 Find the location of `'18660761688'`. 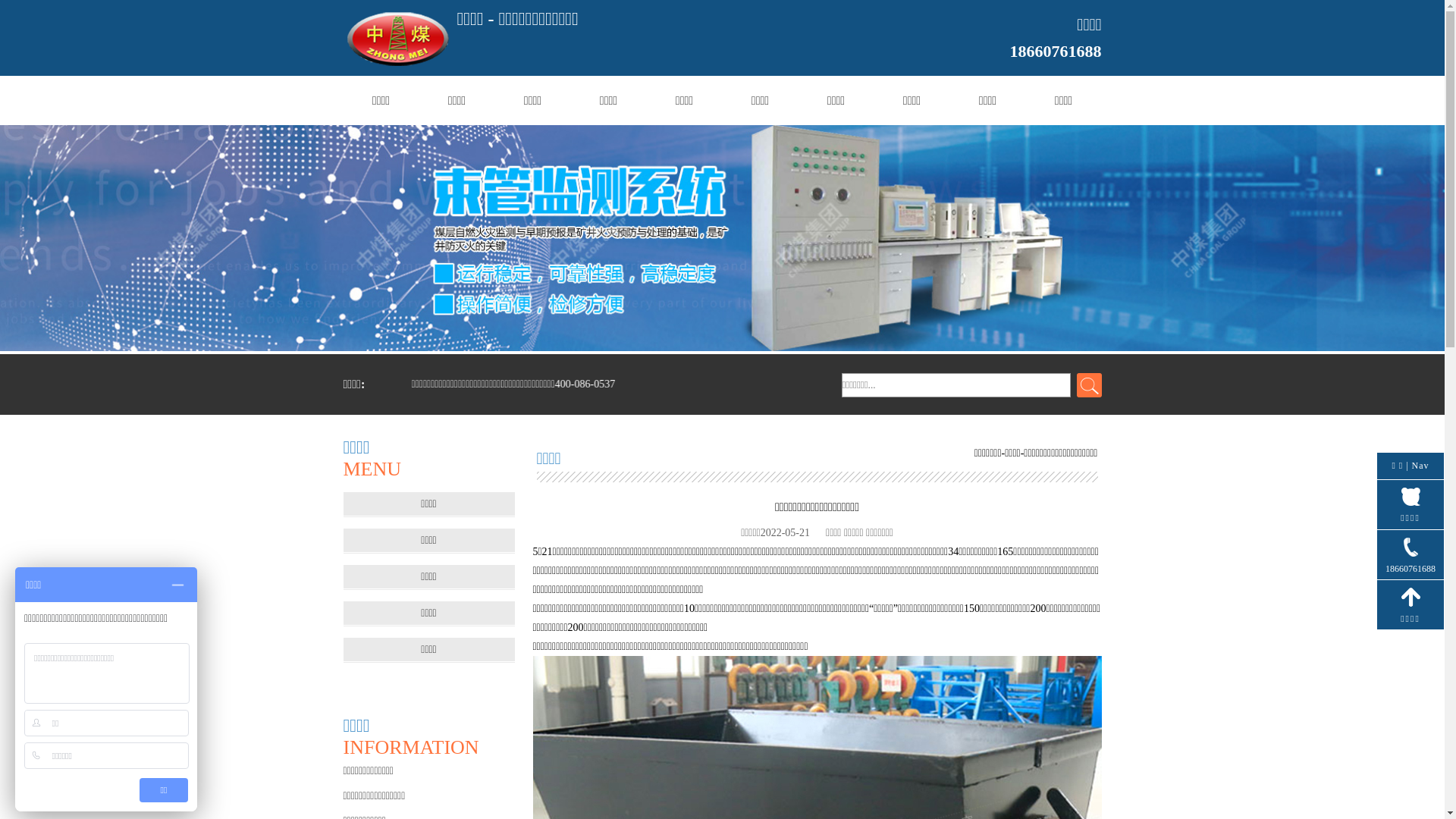

'18660761688' is located at coordinates (1410, 555).